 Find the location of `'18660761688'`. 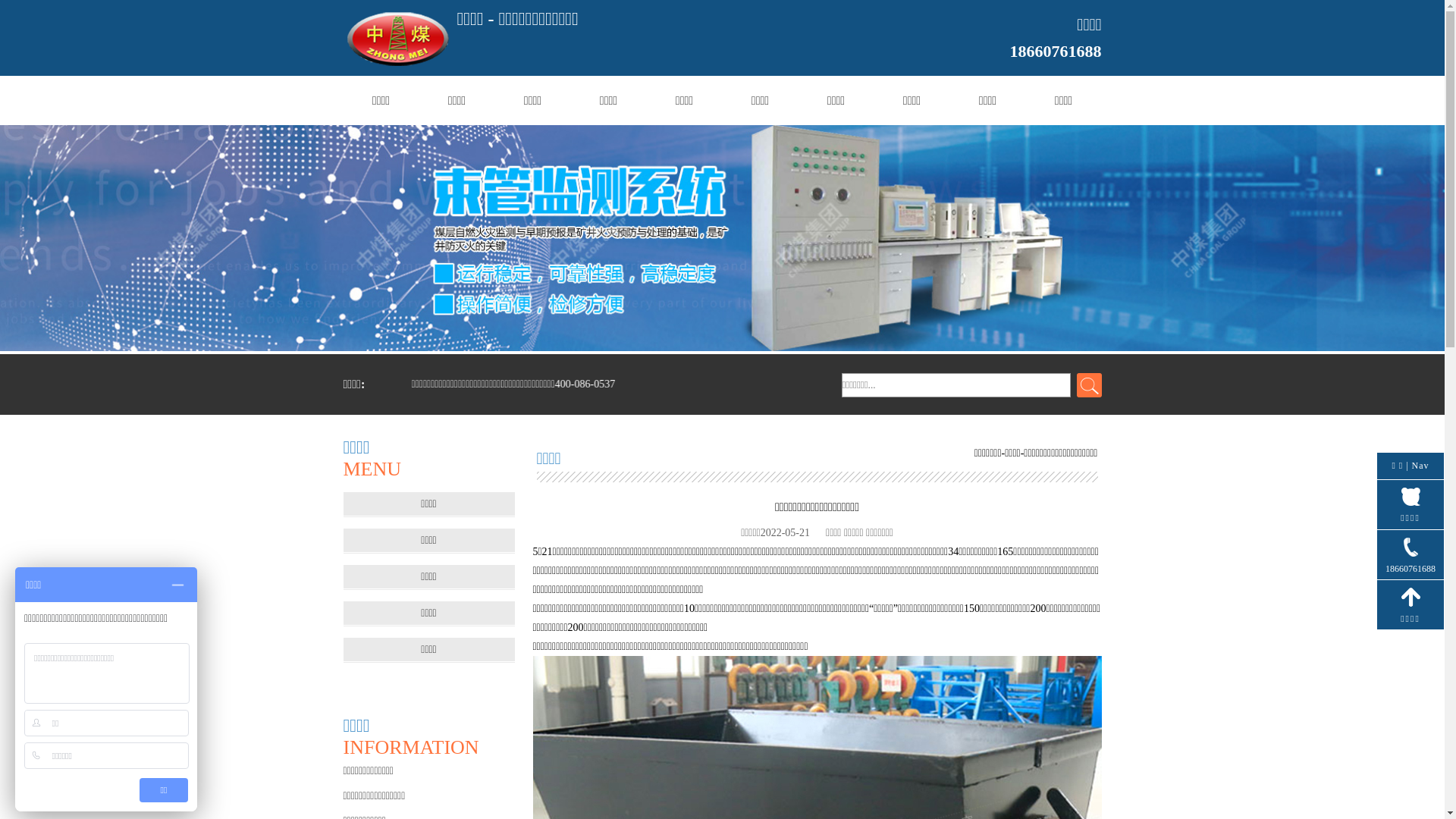

'18660761688' is located at coordinates (1410, 555).